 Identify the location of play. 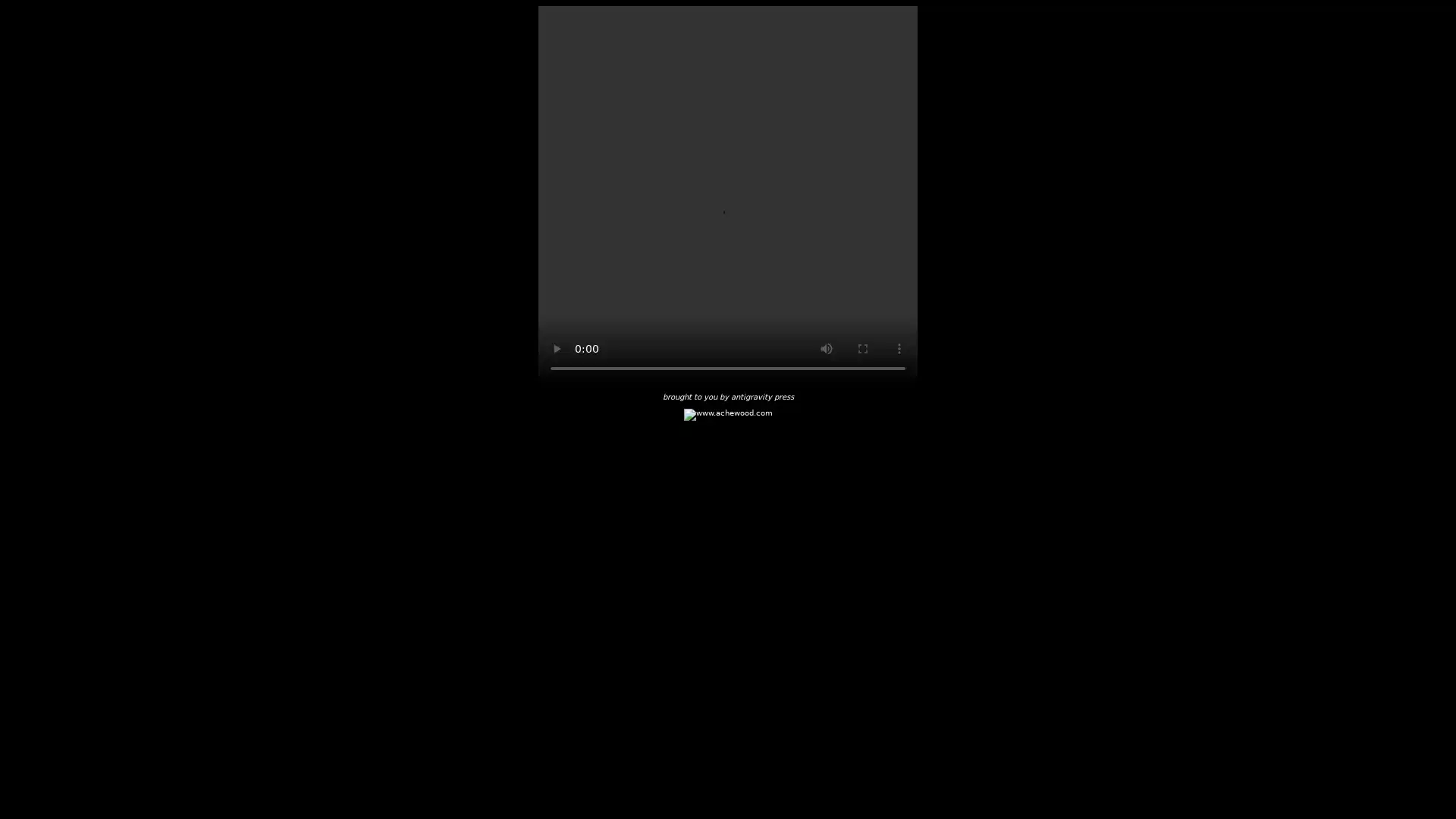
(556, 348).